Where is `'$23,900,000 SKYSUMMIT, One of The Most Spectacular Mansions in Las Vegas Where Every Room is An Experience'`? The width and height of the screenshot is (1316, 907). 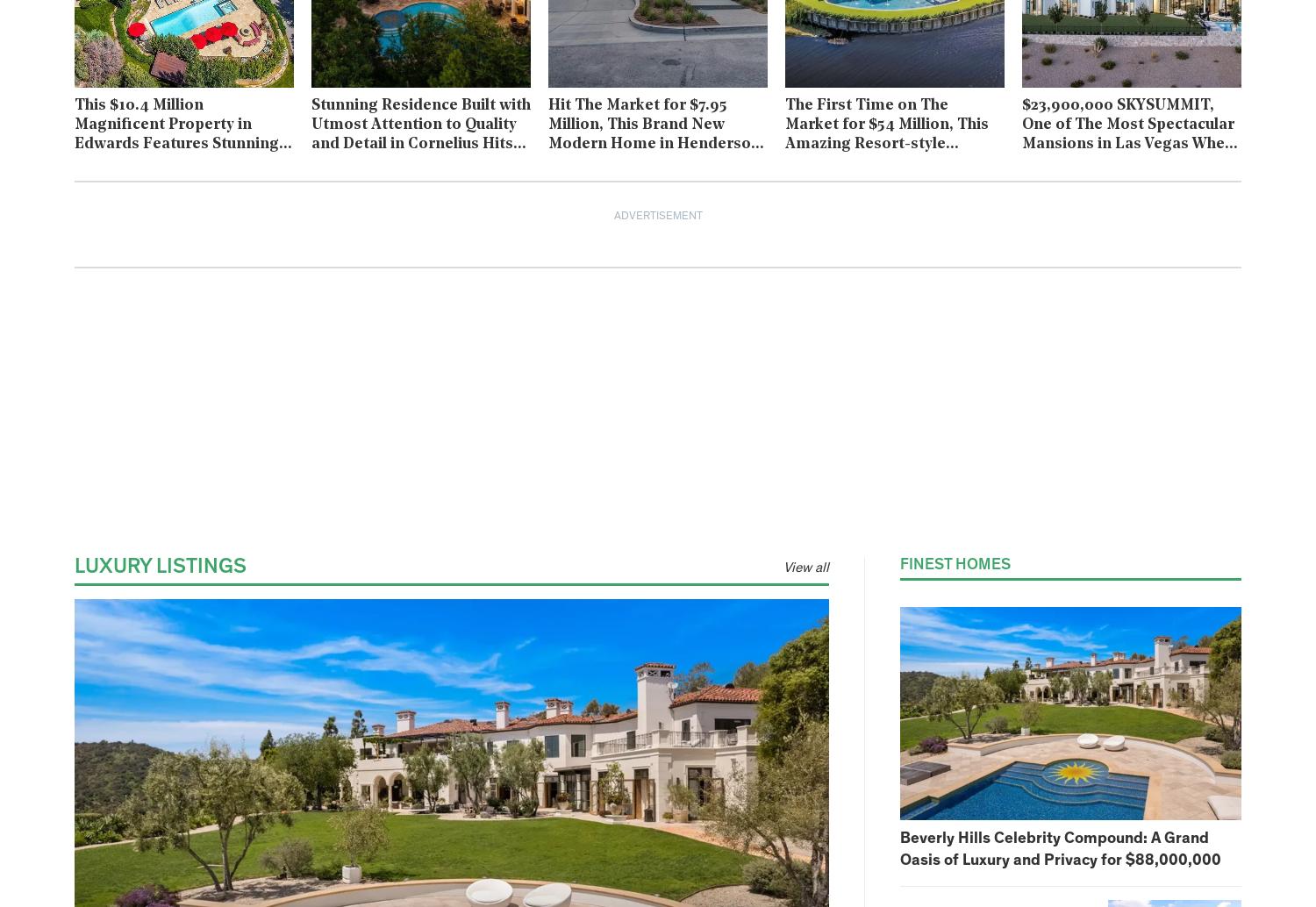
'$23,900,000 SKYSUMMIT, One of The Most Spectacular Mansions in Las Vegas Where Every Room is An Experience' is located at coordinates (1131, 134).